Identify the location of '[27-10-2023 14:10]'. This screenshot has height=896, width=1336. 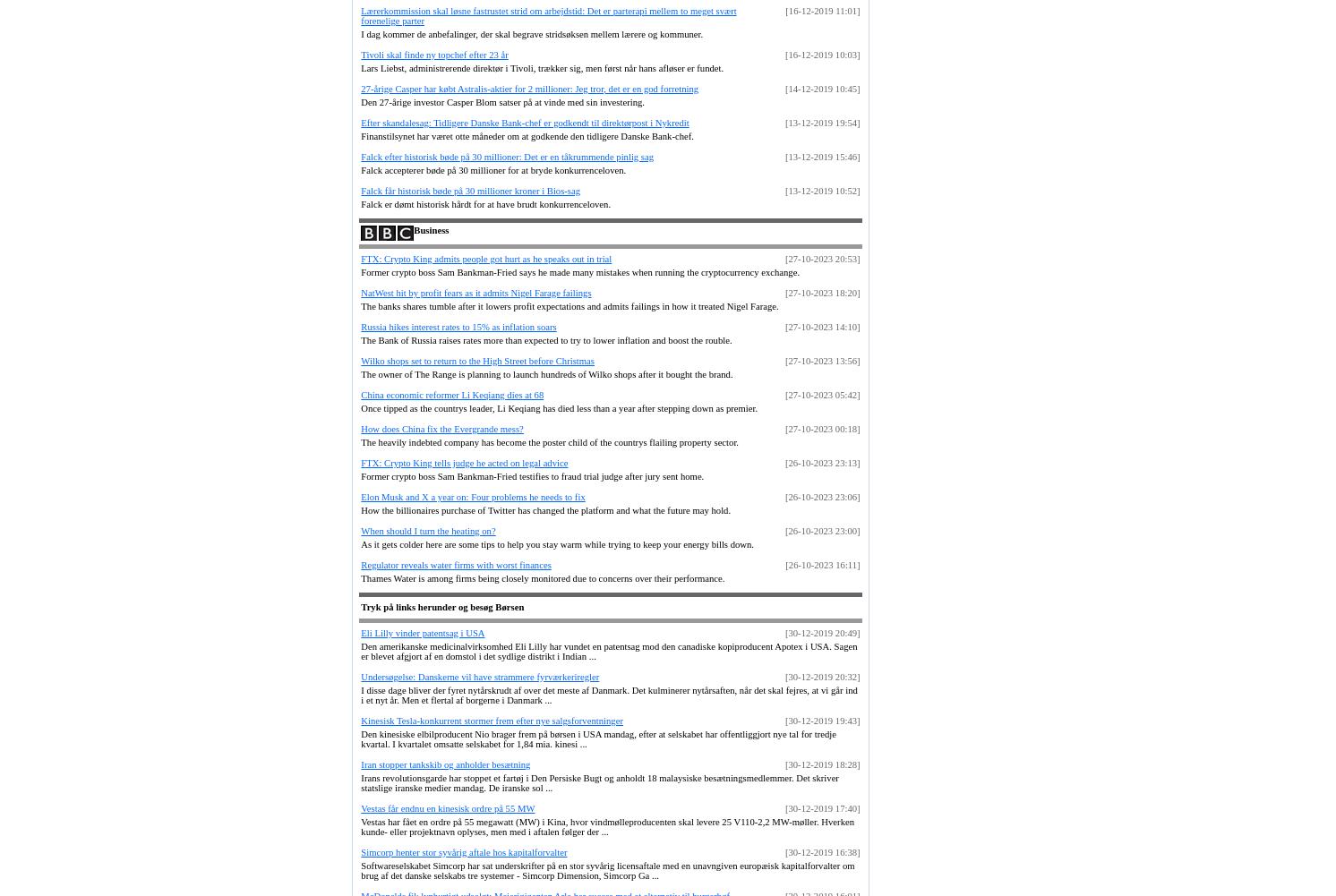
(784, 325).